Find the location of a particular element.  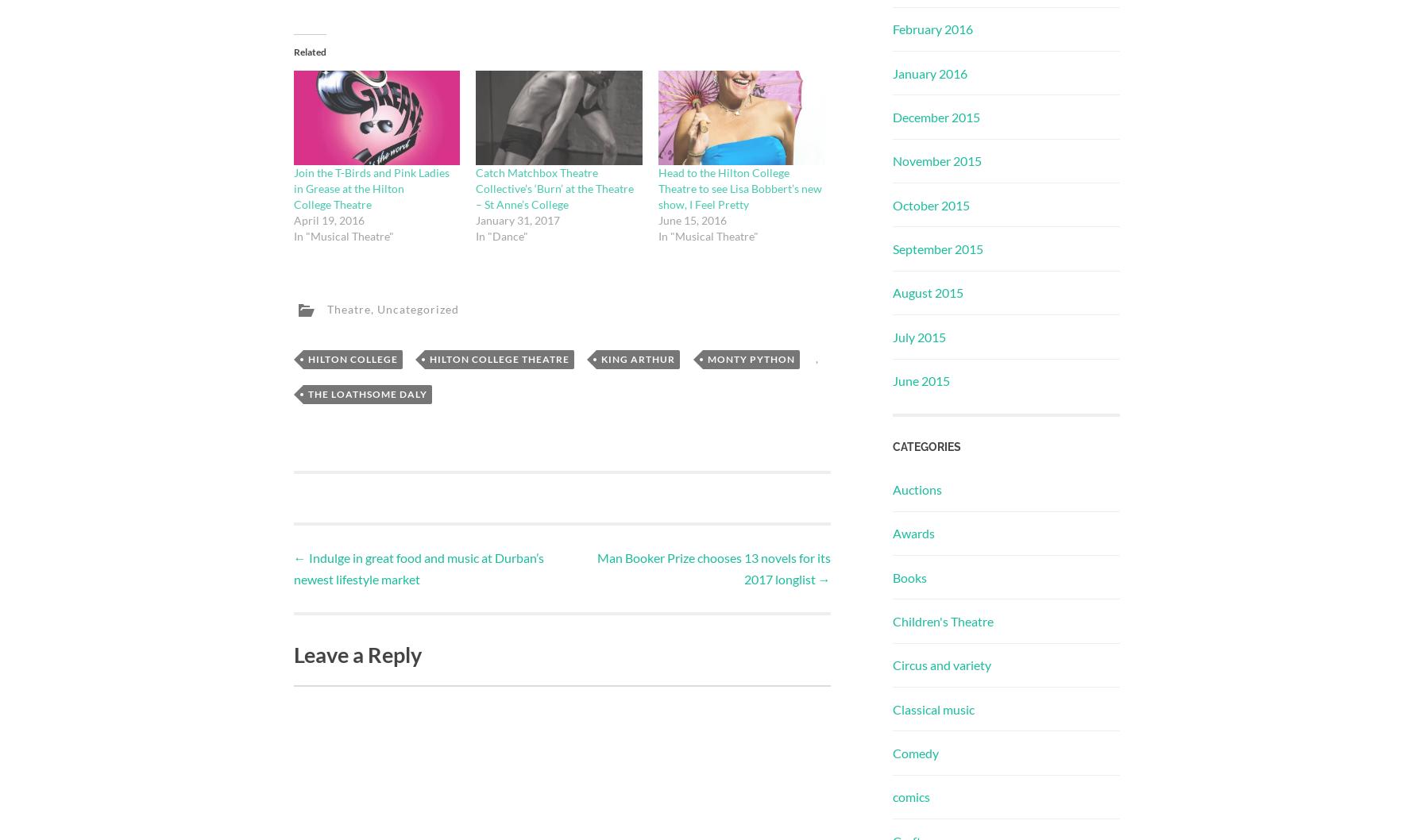

'Theatre' is located at coordinates (325, 308).